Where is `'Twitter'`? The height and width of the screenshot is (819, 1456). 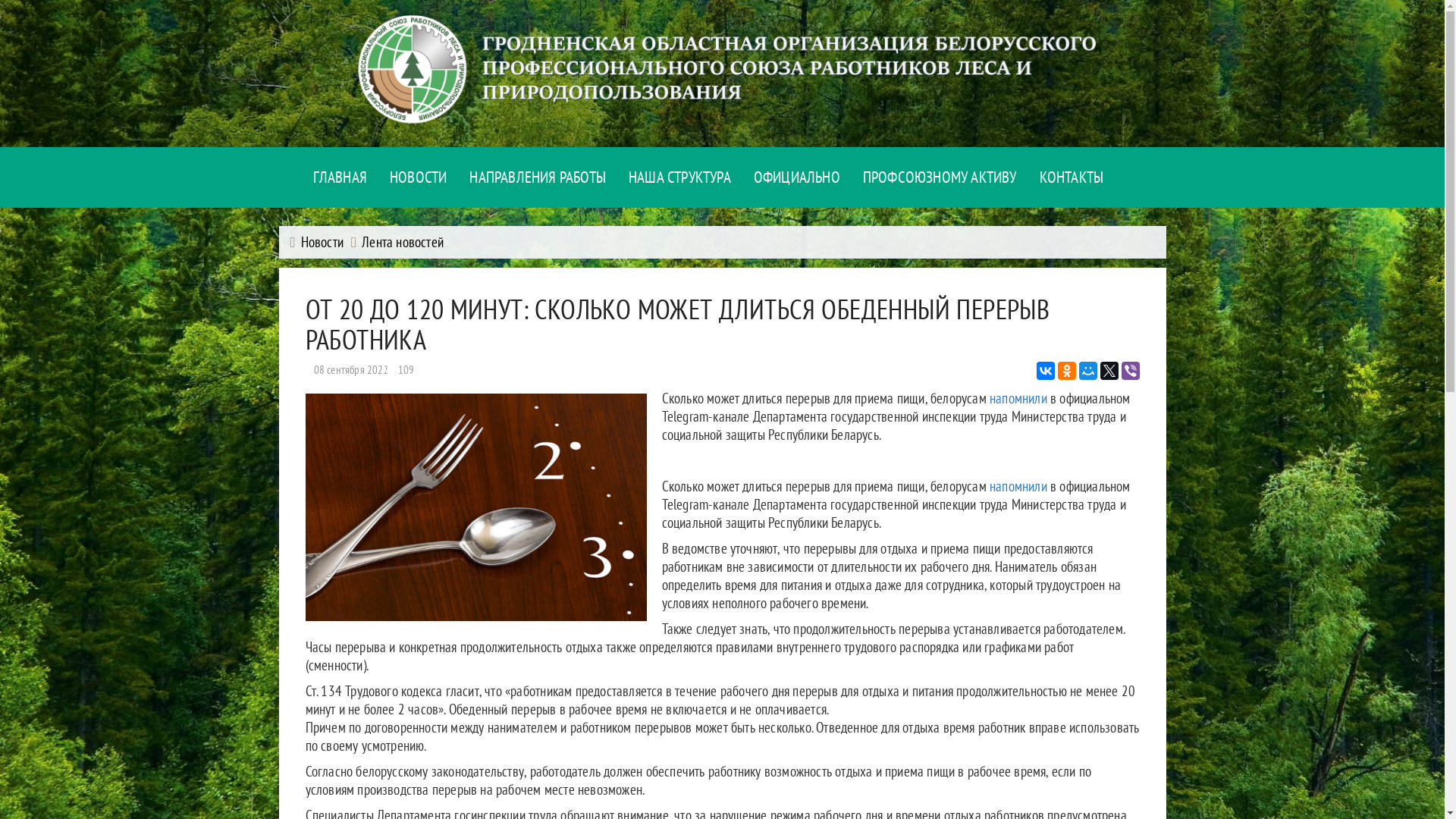
'Twitter' is located at coordinates (1109, 371).